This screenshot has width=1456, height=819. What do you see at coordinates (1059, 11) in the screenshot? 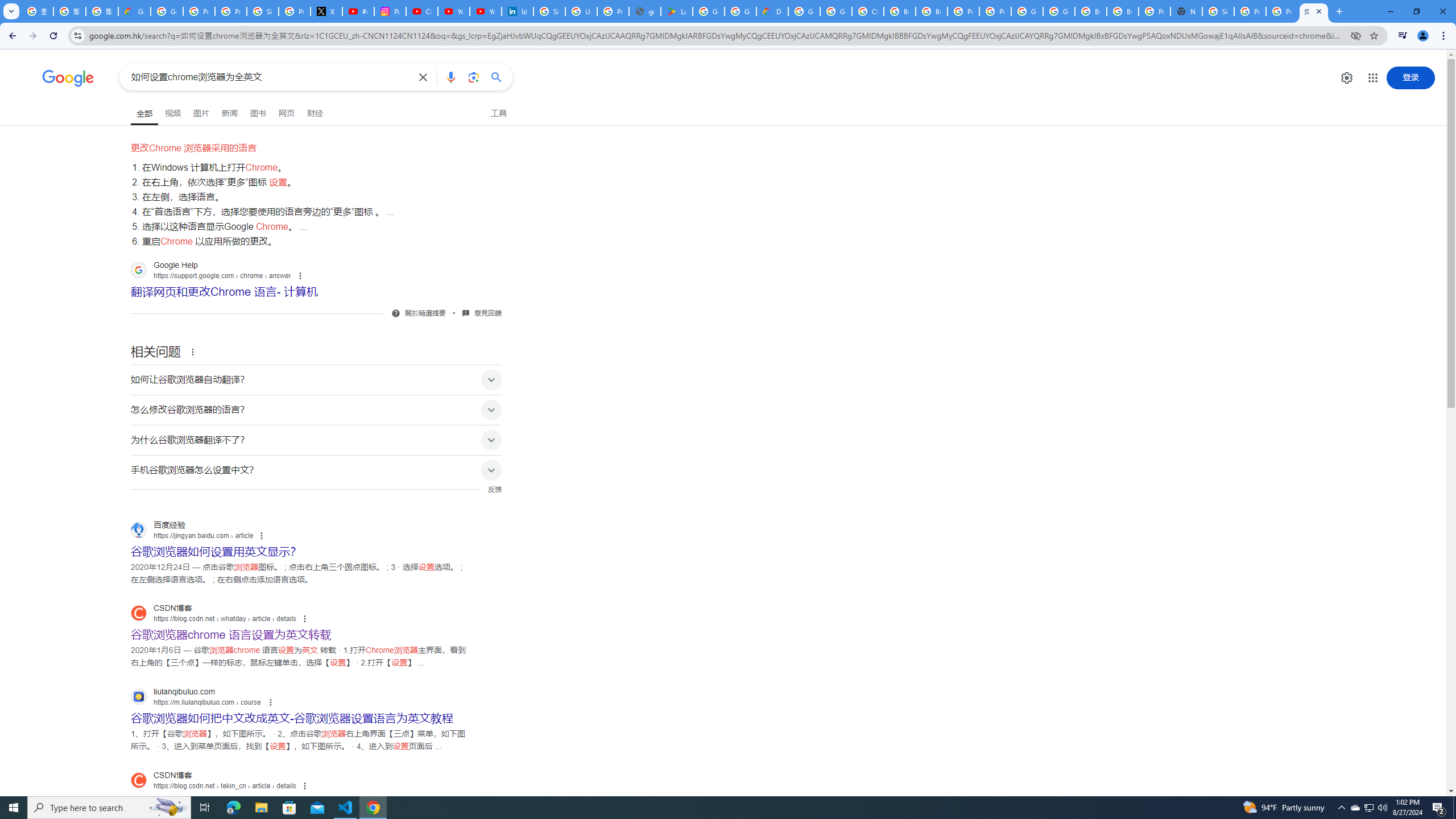
I see `'Google Cloud Platform'` at bounding box center [1059, 11].